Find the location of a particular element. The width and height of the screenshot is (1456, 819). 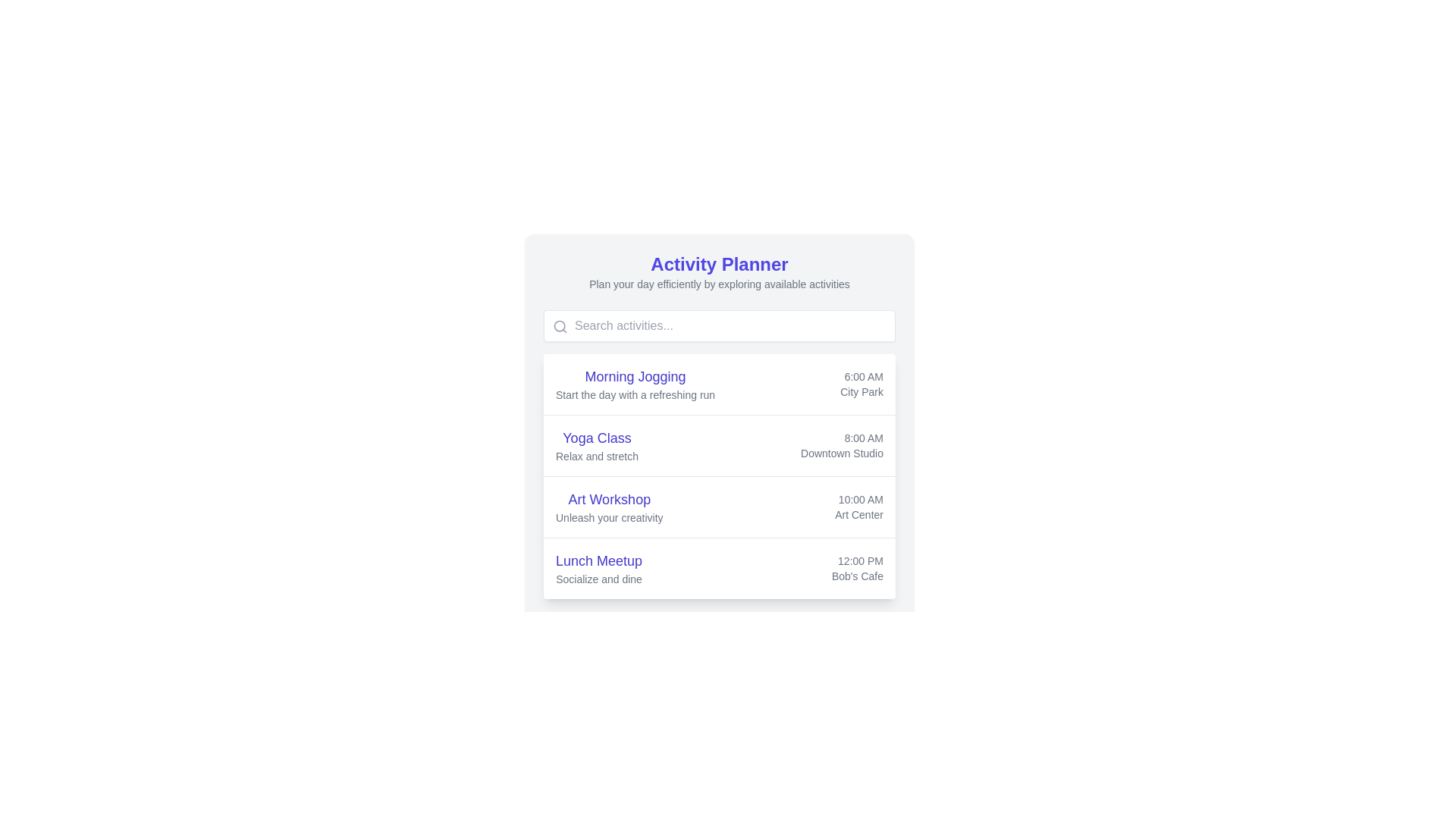

the 'Art Workshop' title text label, the third activity in the vertical list of activities, for accessibility purposes is located at coordinates (609, 500).